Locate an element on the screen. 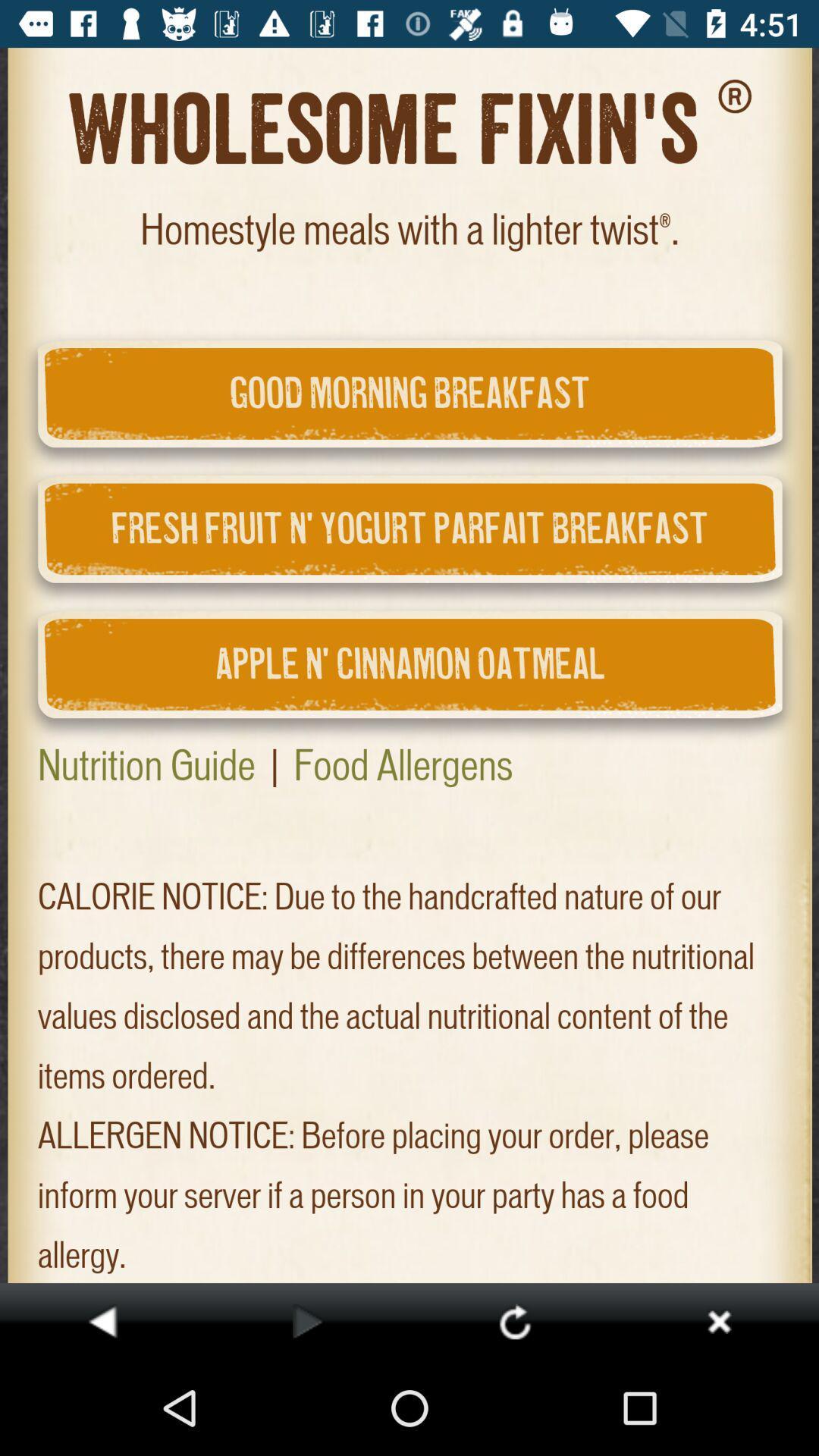 Image resolution: width=819 pixels, height=1456 pixels. this button backspace is located at coordinates (102, 1320).